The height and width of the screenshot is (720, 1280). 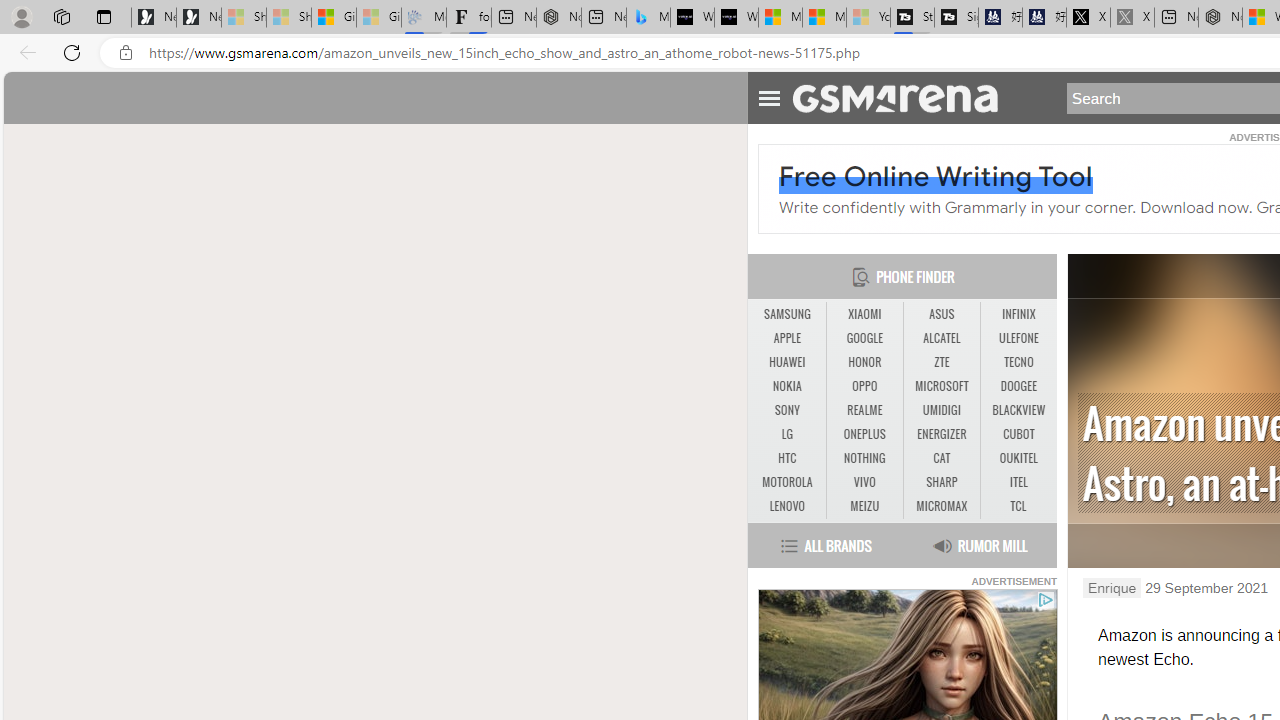 What do you see at coordinates (1018, 458) in the screenshot?
I see `'OUKITEL'` at bounding box center [1018, 458].